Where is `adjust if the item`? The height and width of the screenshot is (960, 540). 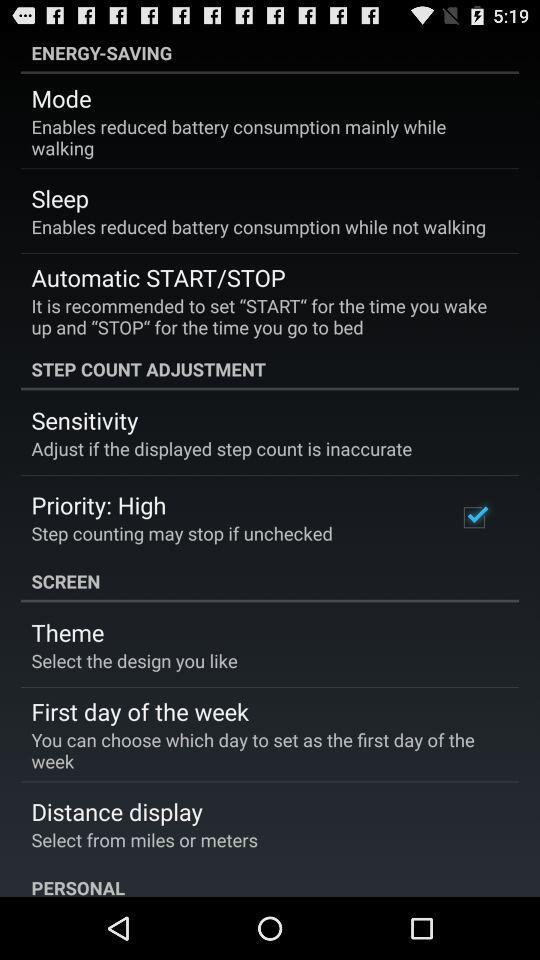
adjust if the item is located at coordinates (220, 448).